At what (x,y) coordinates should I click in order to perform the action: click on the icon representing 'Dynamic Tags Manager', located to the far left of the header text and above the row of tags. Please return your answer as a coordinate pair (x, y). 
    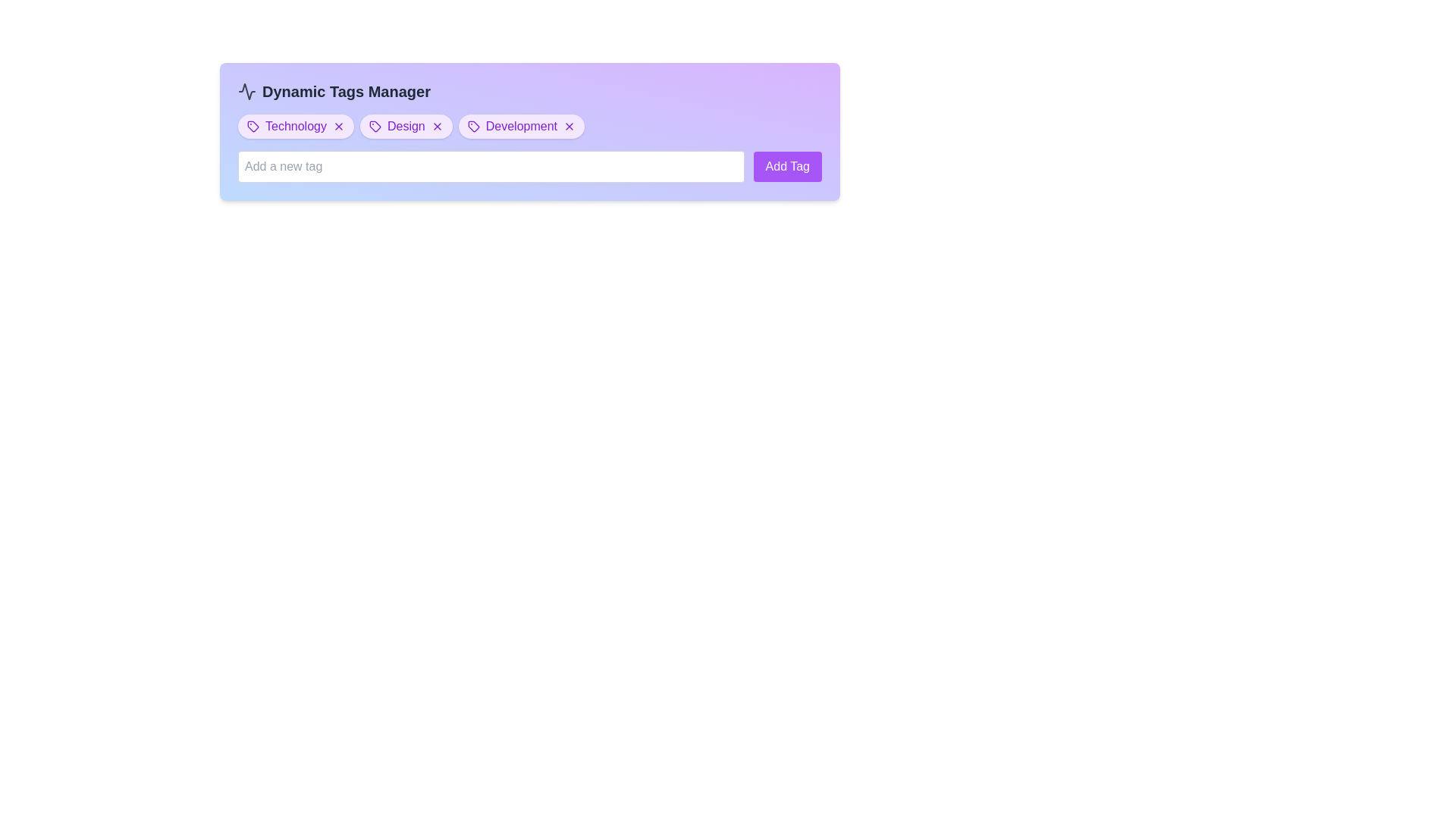
    Looking at the image, I should click on (247, 91).